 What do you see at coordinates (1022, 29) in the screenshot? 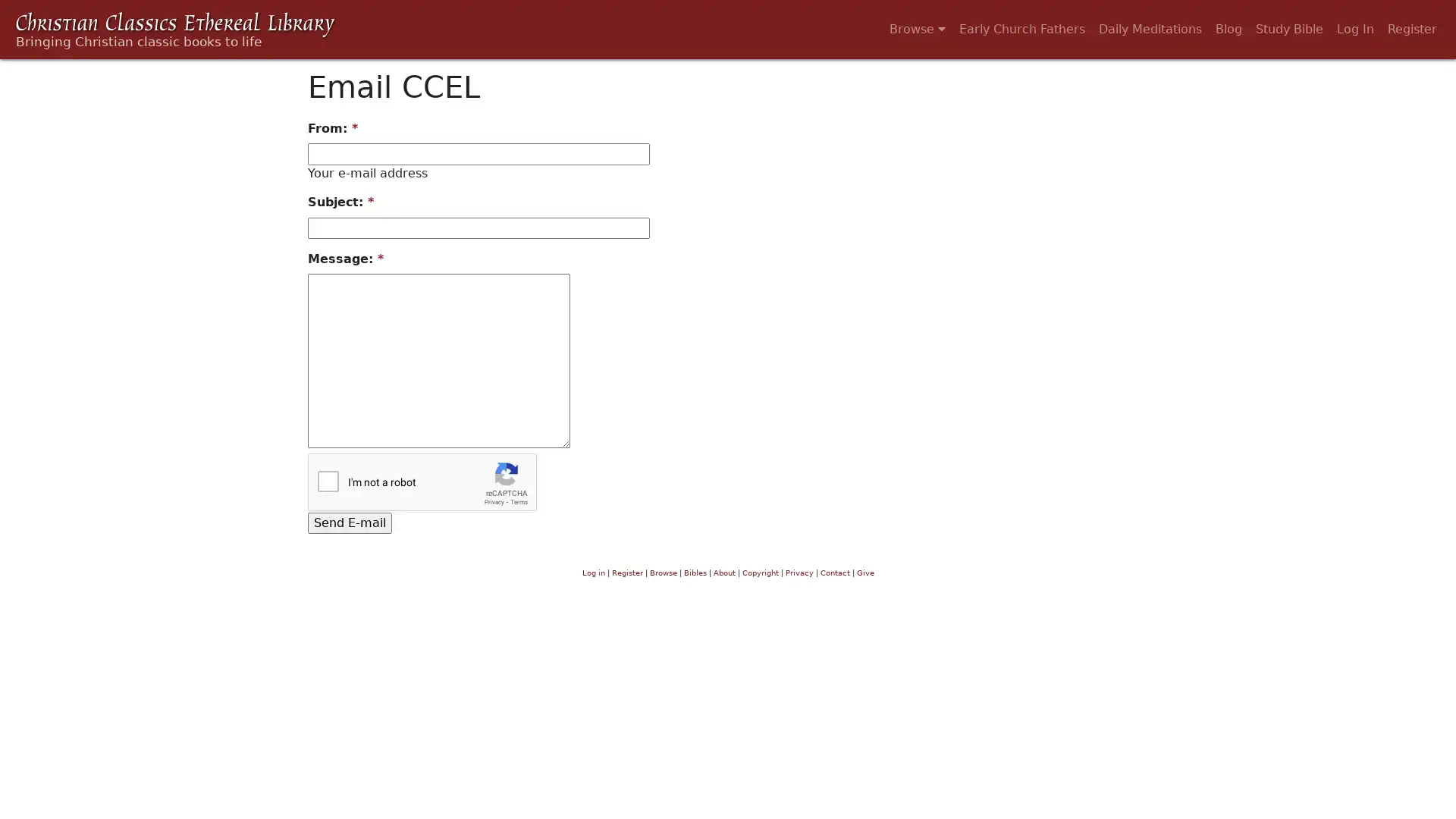
I see `Early Church Fathers` at bounding box center [1022, 29].